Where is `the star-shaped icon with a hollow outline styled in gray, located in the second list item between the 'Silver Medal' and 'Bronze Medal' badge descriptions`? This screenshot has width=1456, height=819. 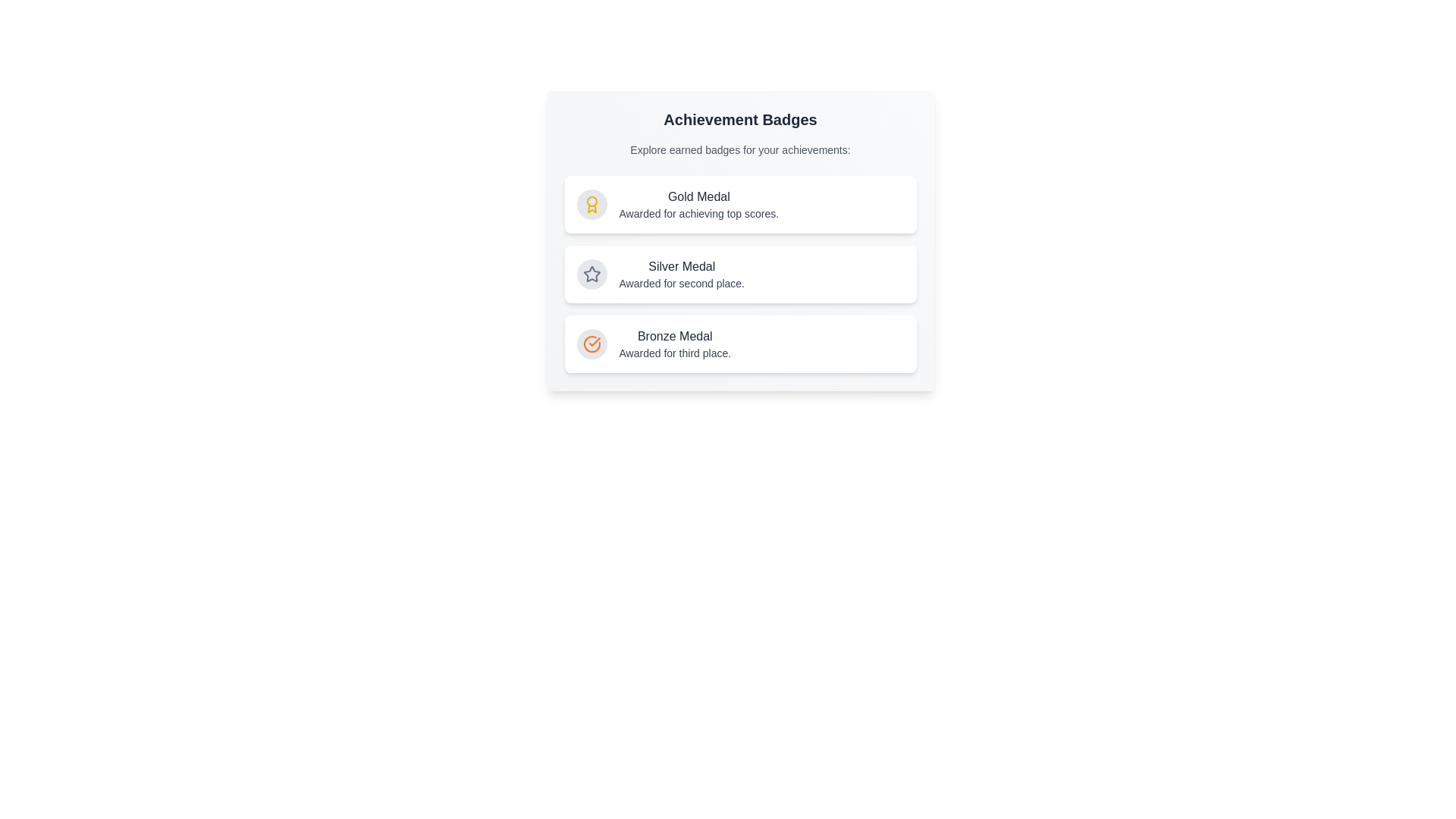
the star-shaped icon with a hollow outline styled in gray, located in the second list item between the 'Silver Medal' and 'Bronze Medal' badge descriptions is located at coordinates (591, 275).